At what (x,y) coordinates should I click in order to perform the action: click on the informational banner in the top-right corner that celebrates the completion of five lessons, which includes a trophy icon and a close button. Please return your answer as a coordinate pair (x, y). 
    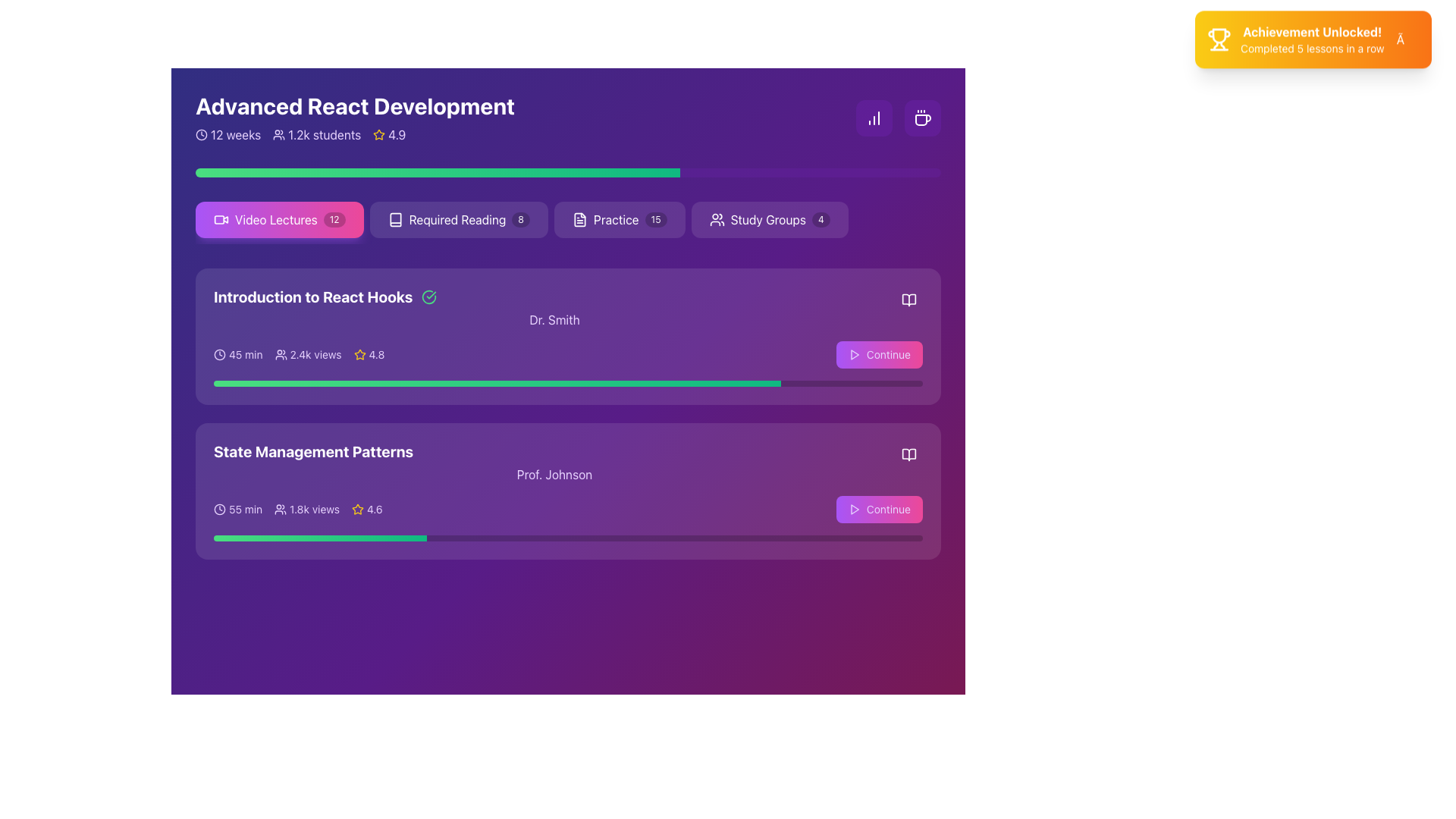
    Looking at the image, I should click on (1311, 45).